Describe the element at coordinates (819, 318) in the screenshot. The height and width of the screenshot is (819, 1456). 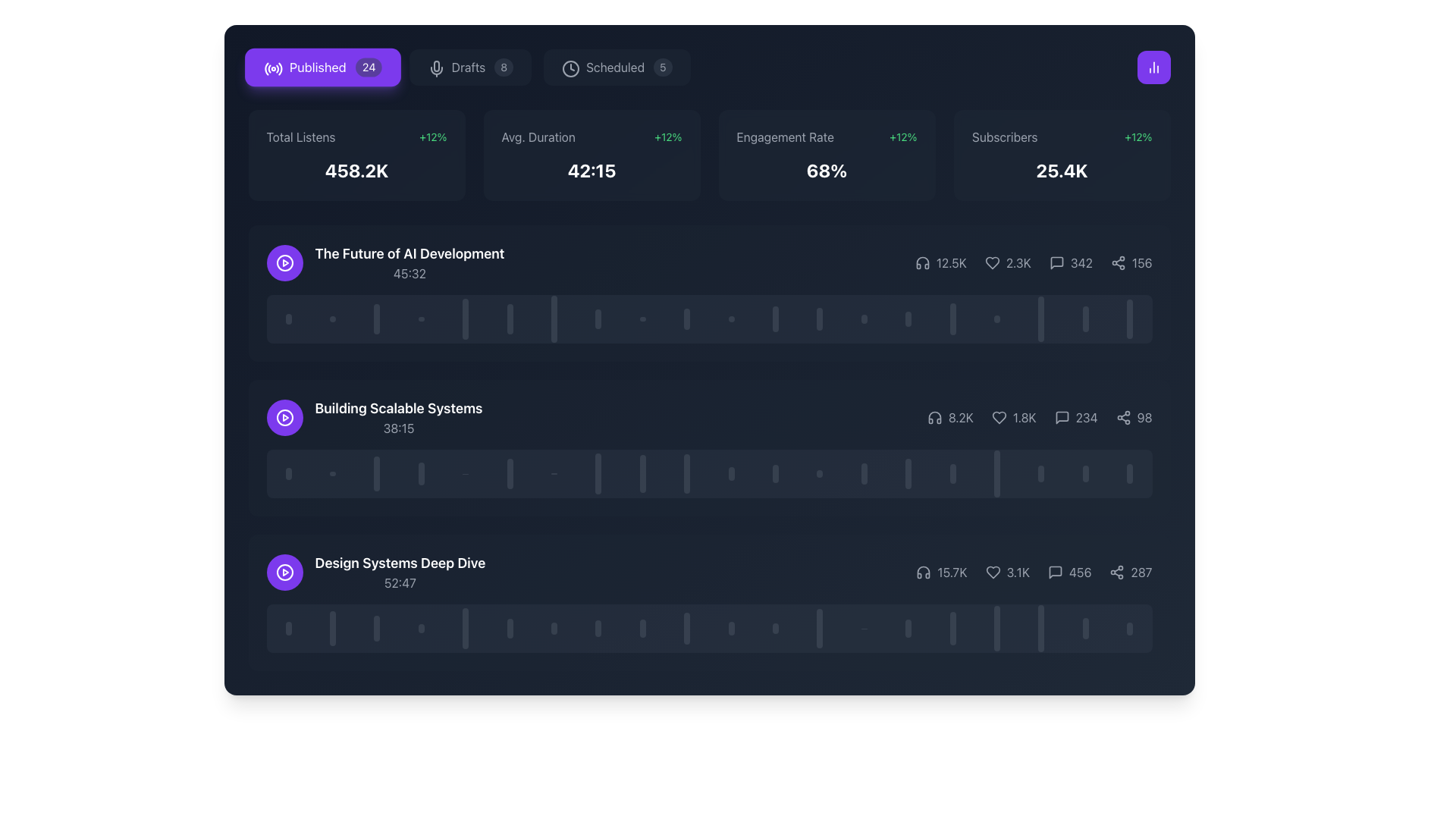
I see `the 13th vertical bar indicator in a grouped layout, which visually represents a data point in a chart-like component` at that location.